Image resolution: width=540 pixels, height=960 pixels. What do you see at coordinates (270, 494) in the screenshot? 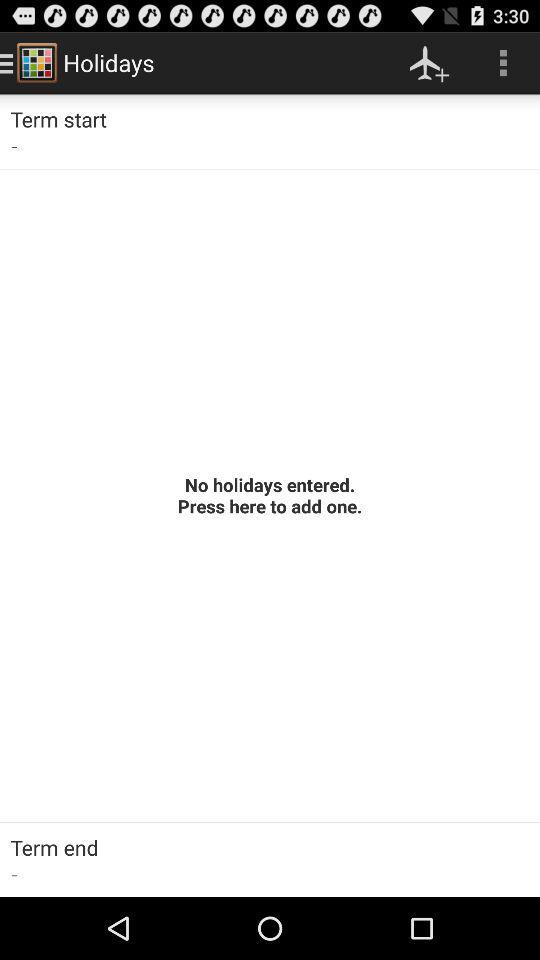
I see `the no holidays entered item` at bounding box center [270, 494].